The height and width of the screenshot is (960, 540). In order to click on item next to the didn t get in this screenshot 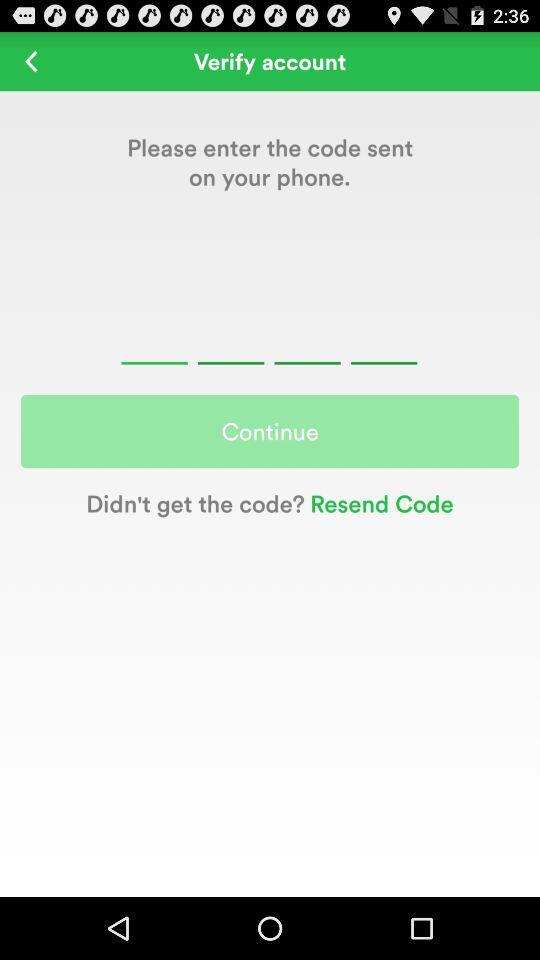, I will do `click(379, 502)`.